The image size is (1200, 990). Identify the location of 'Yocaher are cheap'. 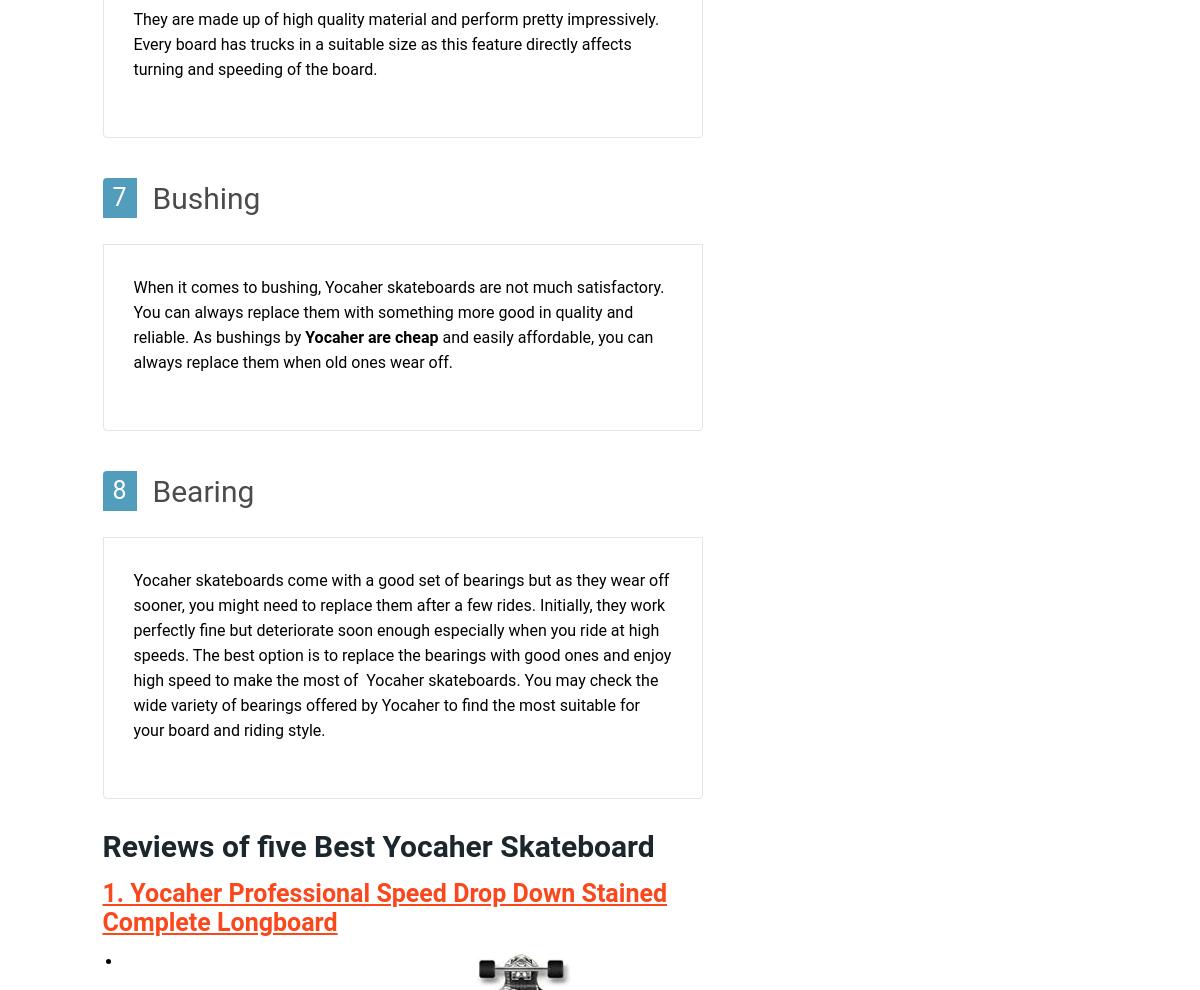
(305, 336).